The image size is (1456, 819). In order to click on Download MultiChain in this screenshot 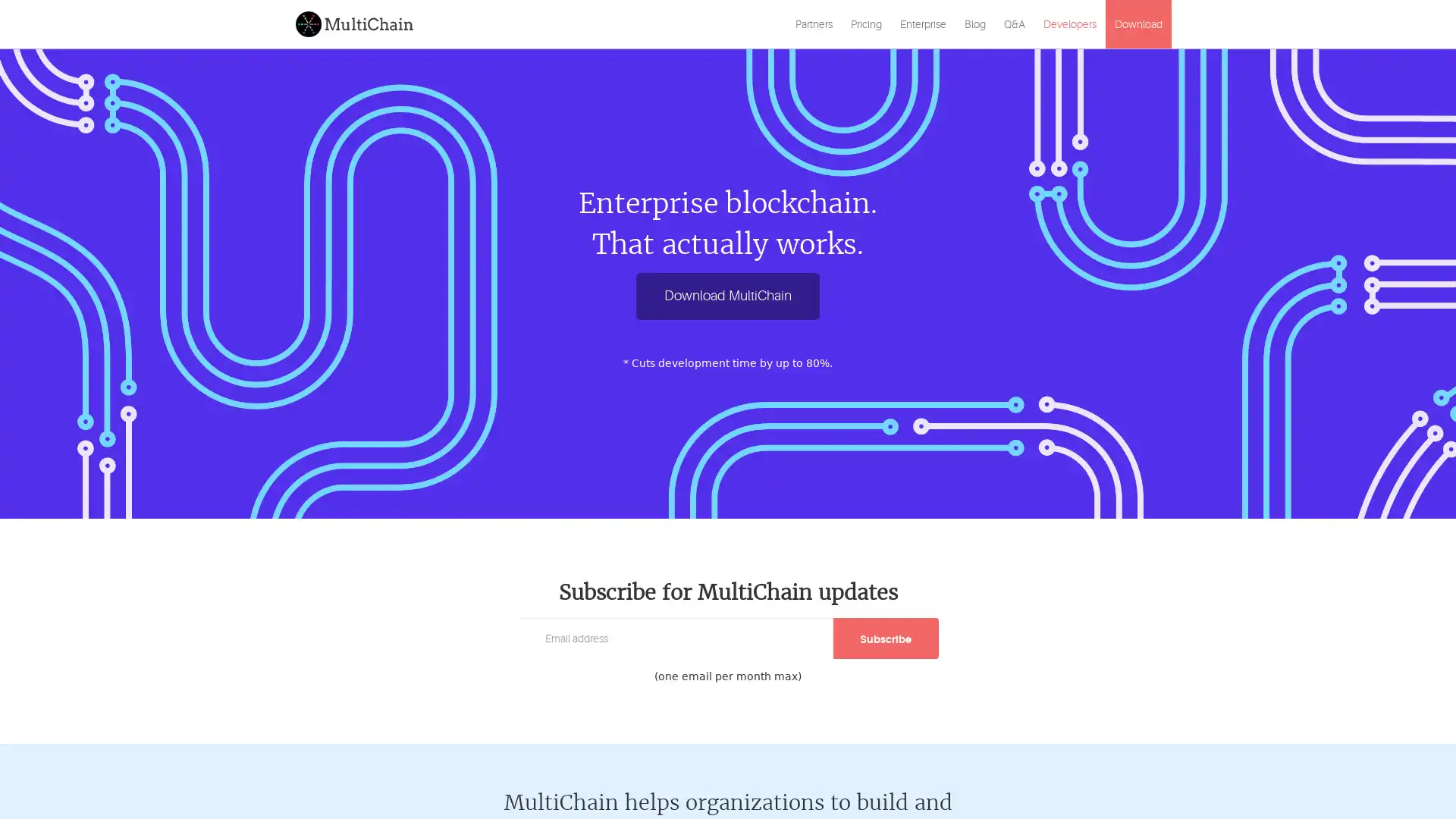, I will do `click(728, 296)`.